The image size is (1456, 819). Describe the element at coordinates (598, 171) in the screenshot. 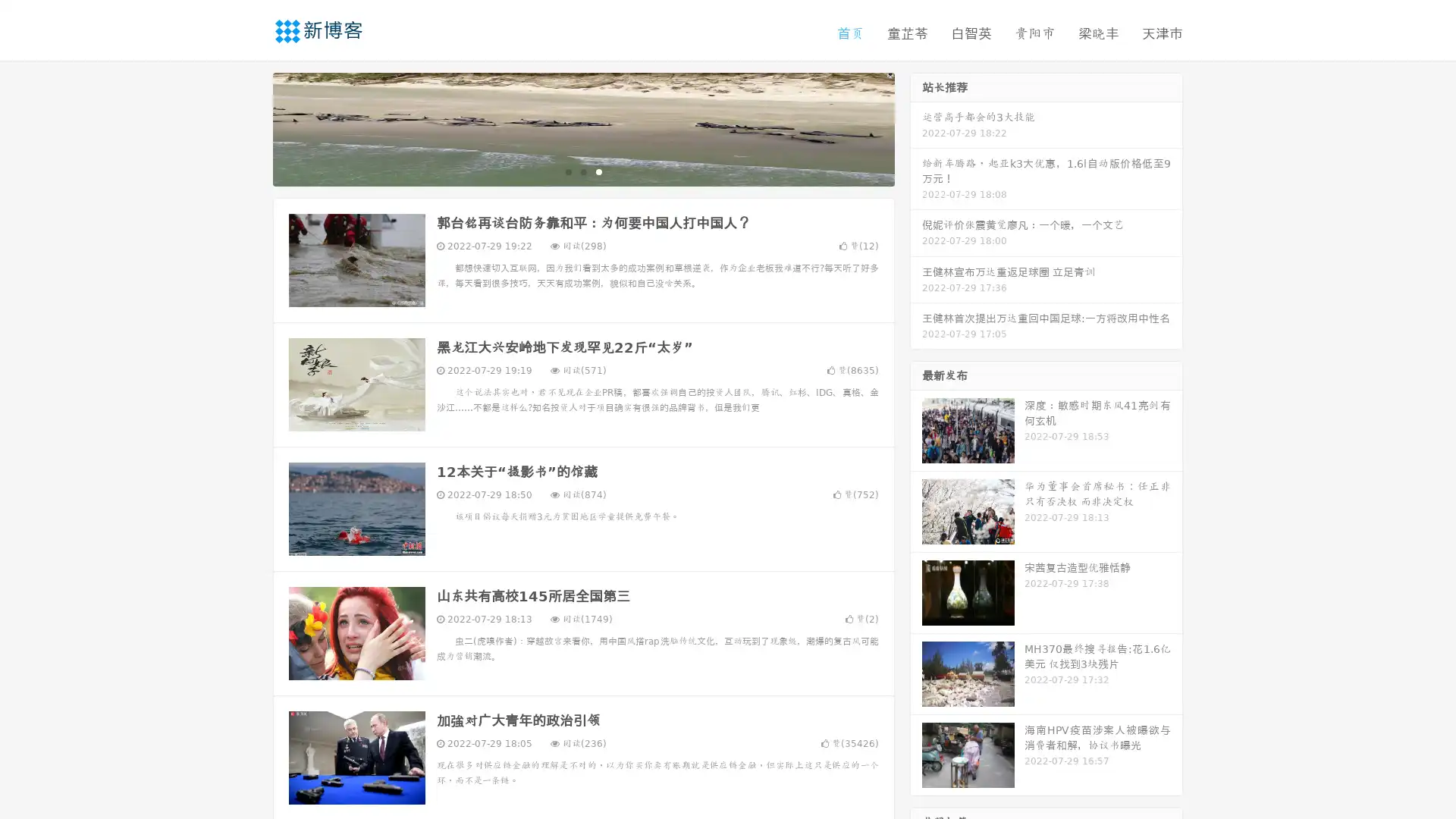

I see `Go to slide 3` at that location.